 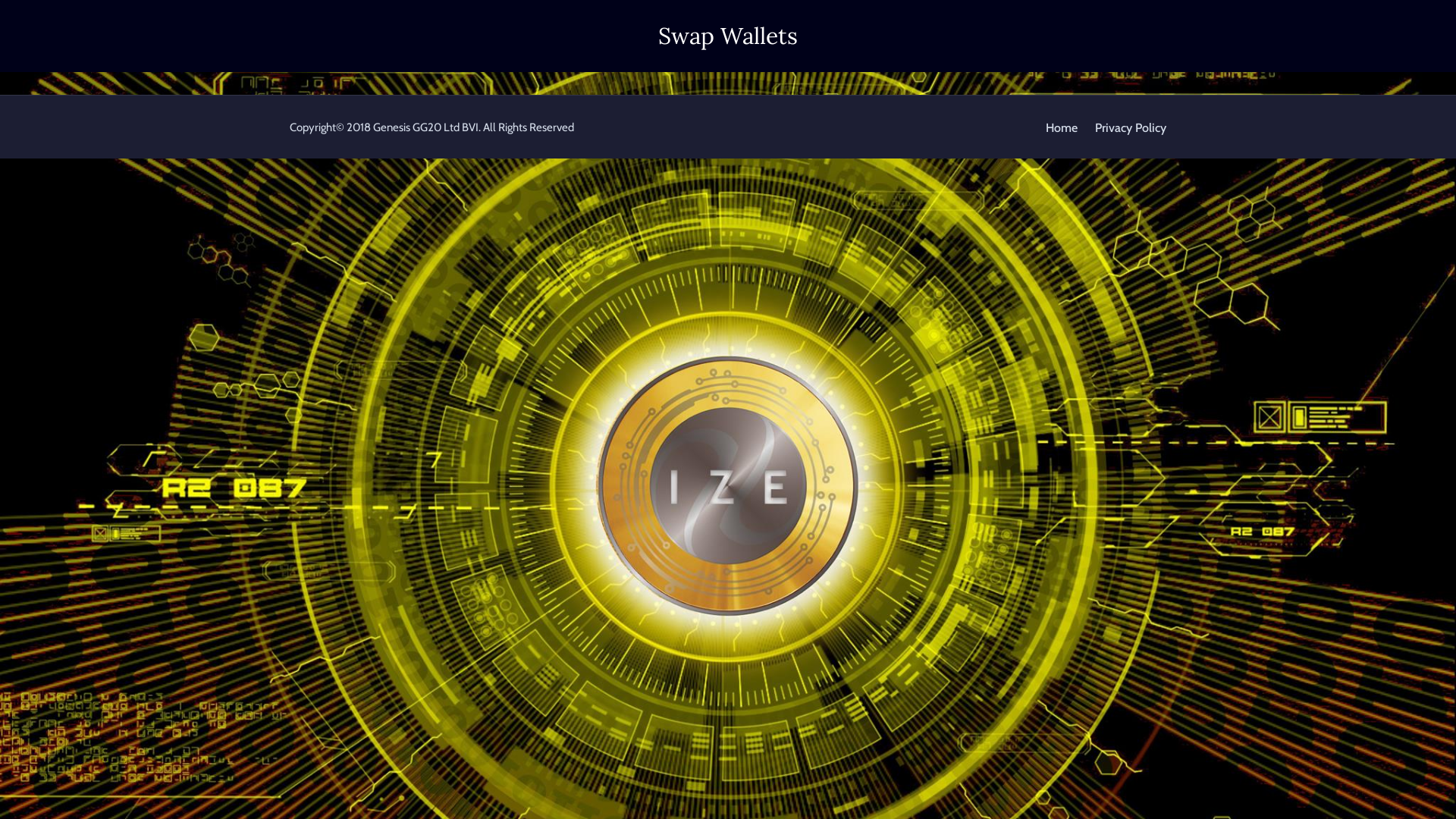 I want to click on 'Privacy Policy', so click(x=1131, y=127).